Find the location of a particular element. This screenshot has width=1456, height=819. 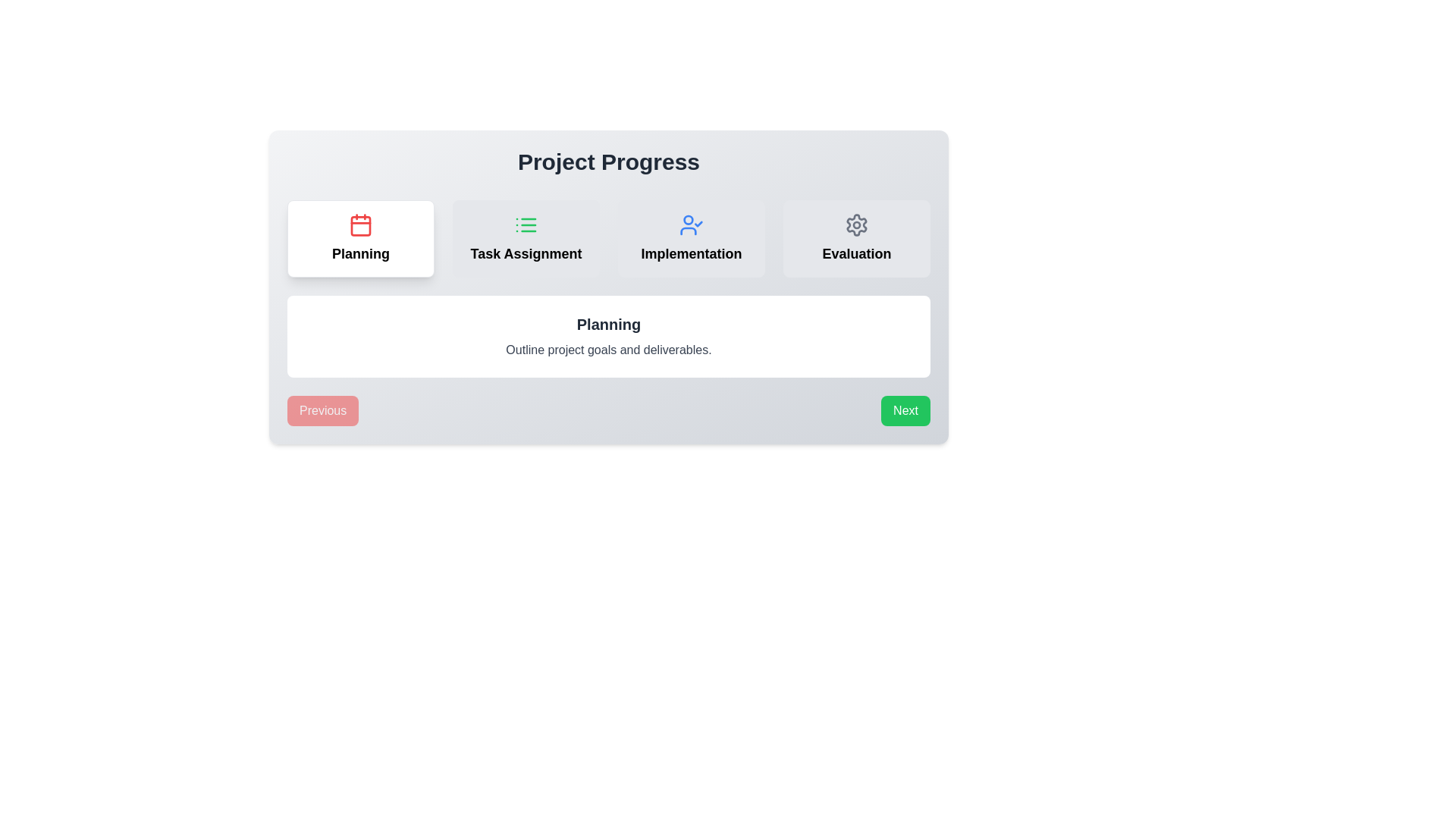

the interactive card titled 'Evaluation', which is a rectangular card with a light gray background and a gear icon at the top is located at coordinates (856, 239).